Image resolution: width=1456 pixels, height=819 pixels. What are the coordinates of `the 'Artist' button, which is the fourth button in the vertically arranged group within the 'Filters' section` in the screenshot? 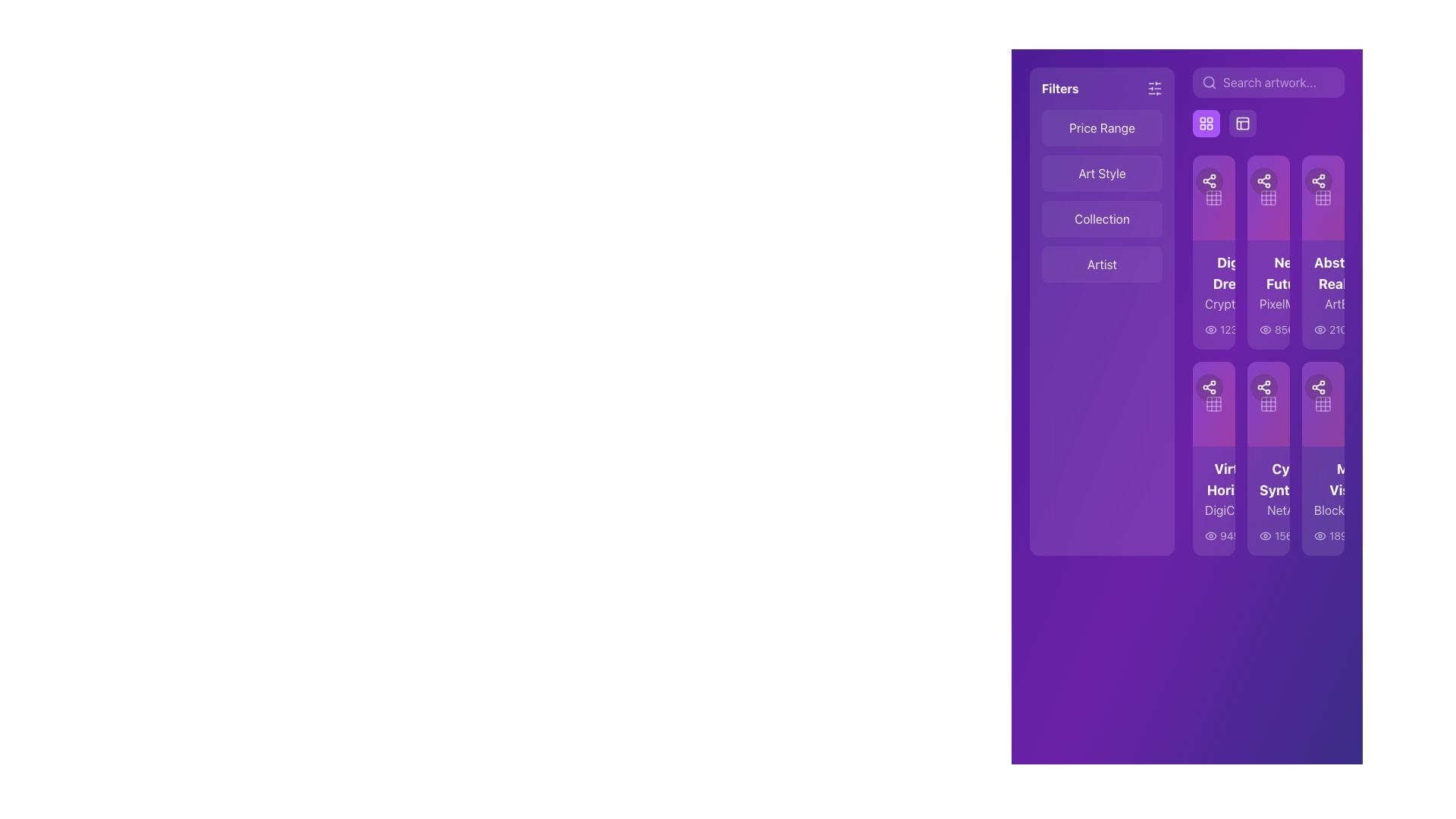 It's located at (1102, 263).